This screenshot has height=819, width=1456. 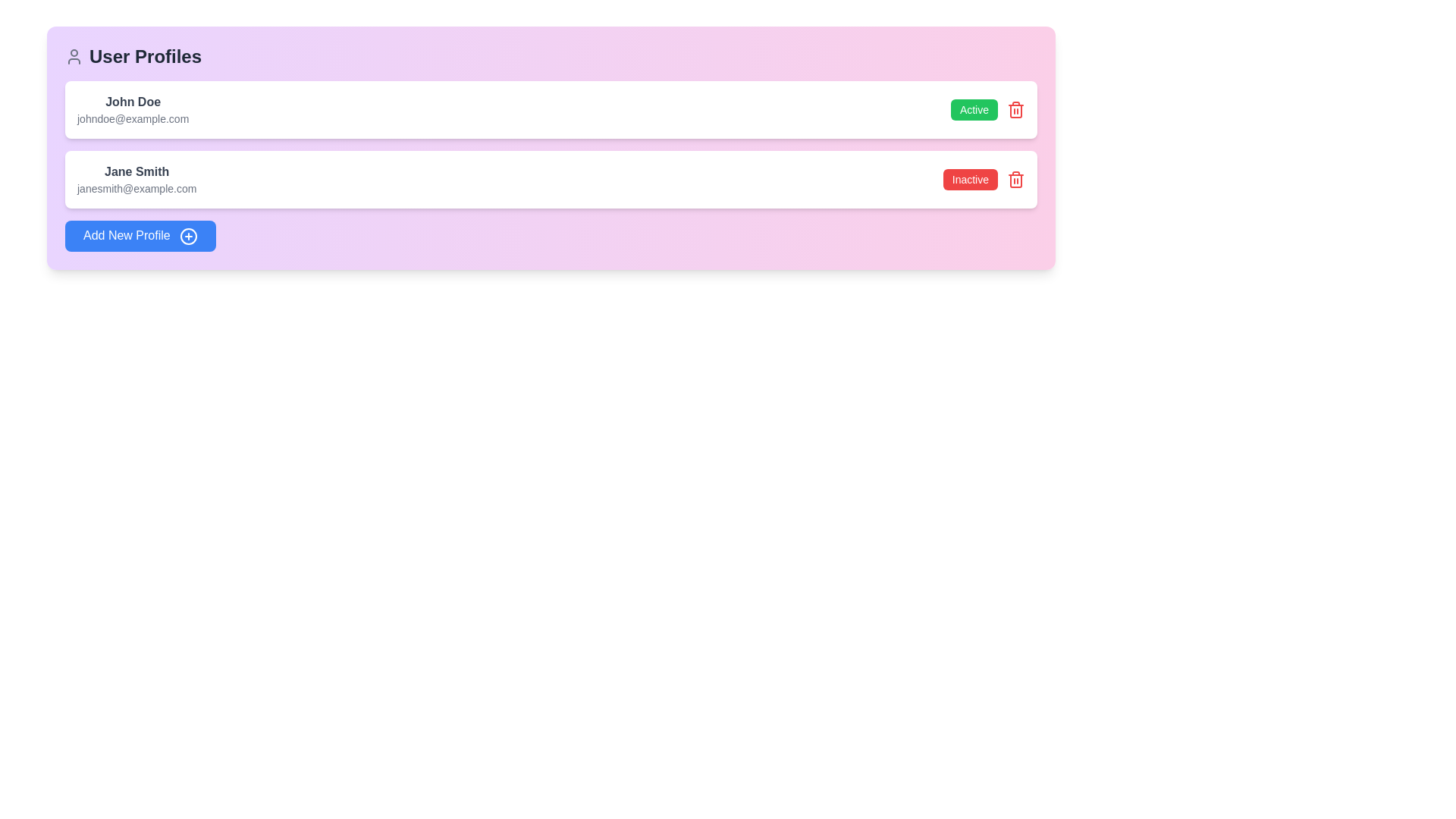 What do you see at coordinates (140, 236) in the screenshot?
I see `the 'Add New User Profile' button located at the bottom of the user profiles list to initiate adding a new profile` at bounding box center [140, 236].